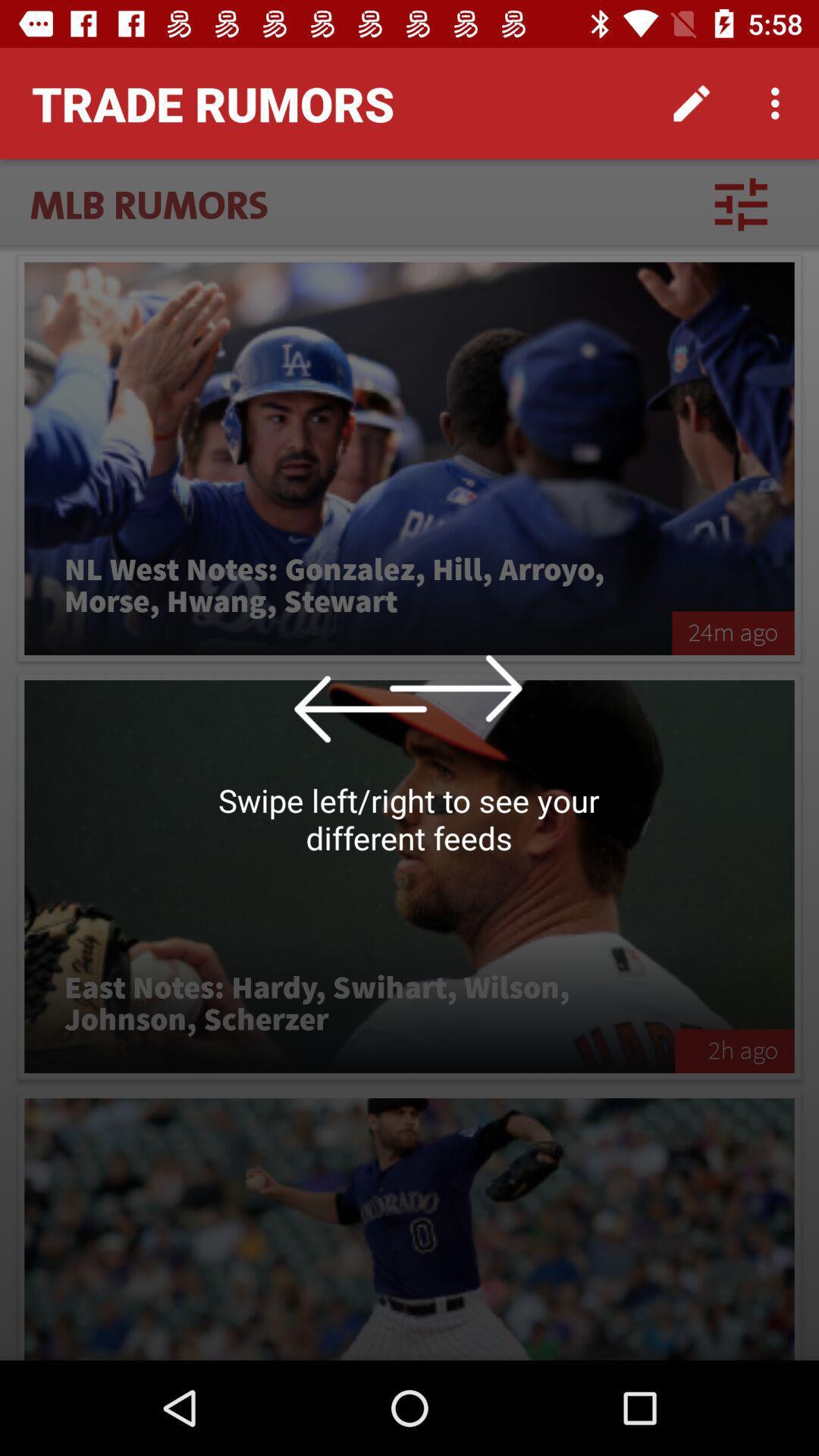  I want to click on icon next to 24m ago icon, so click(348, 585).